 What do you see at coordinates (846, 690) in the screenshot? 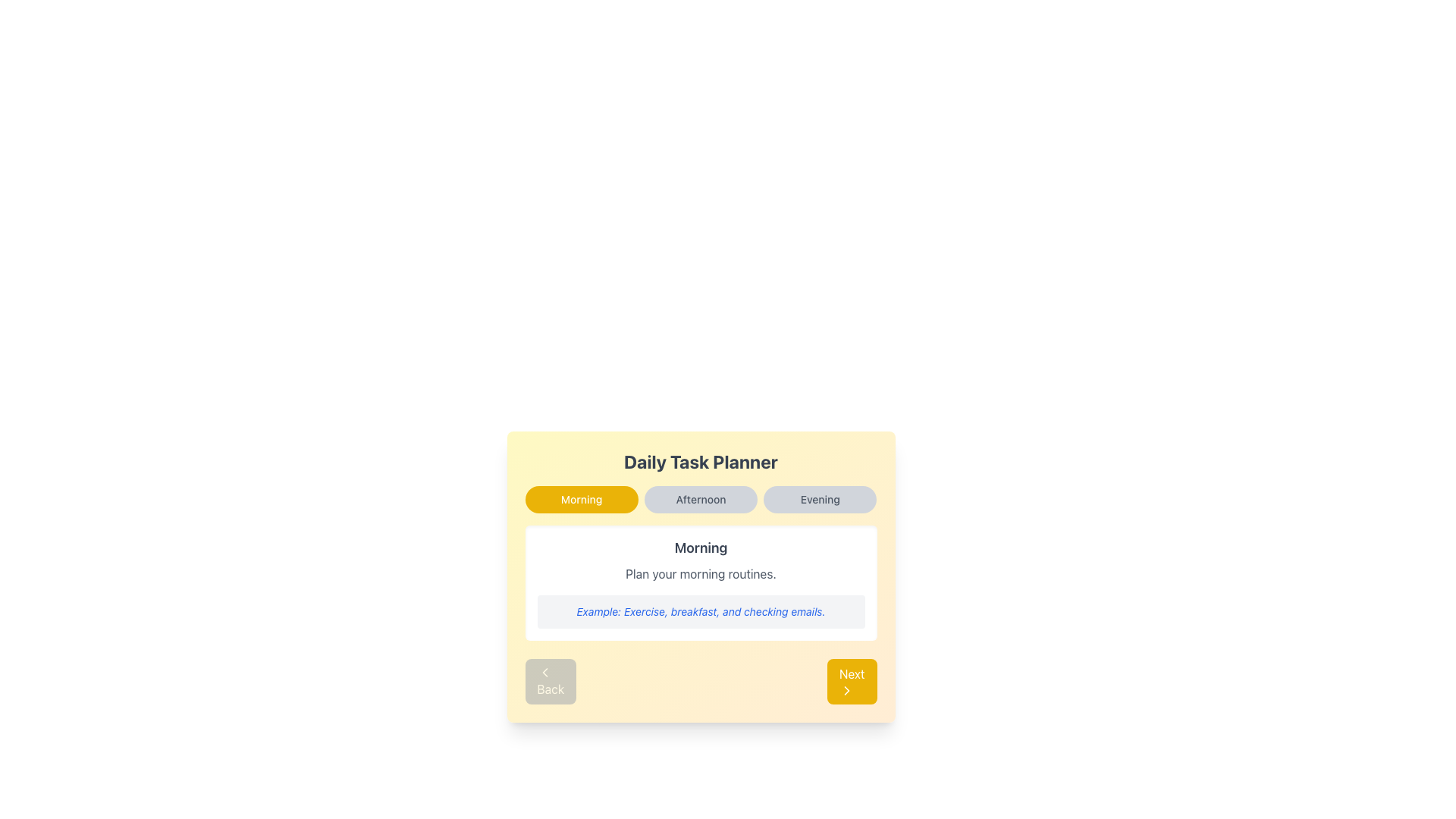
I see `the right-pointing chevron icon inside the 'Next' button located at the bottom-right corner of the task planner UI` at bounding box center [846, 690].